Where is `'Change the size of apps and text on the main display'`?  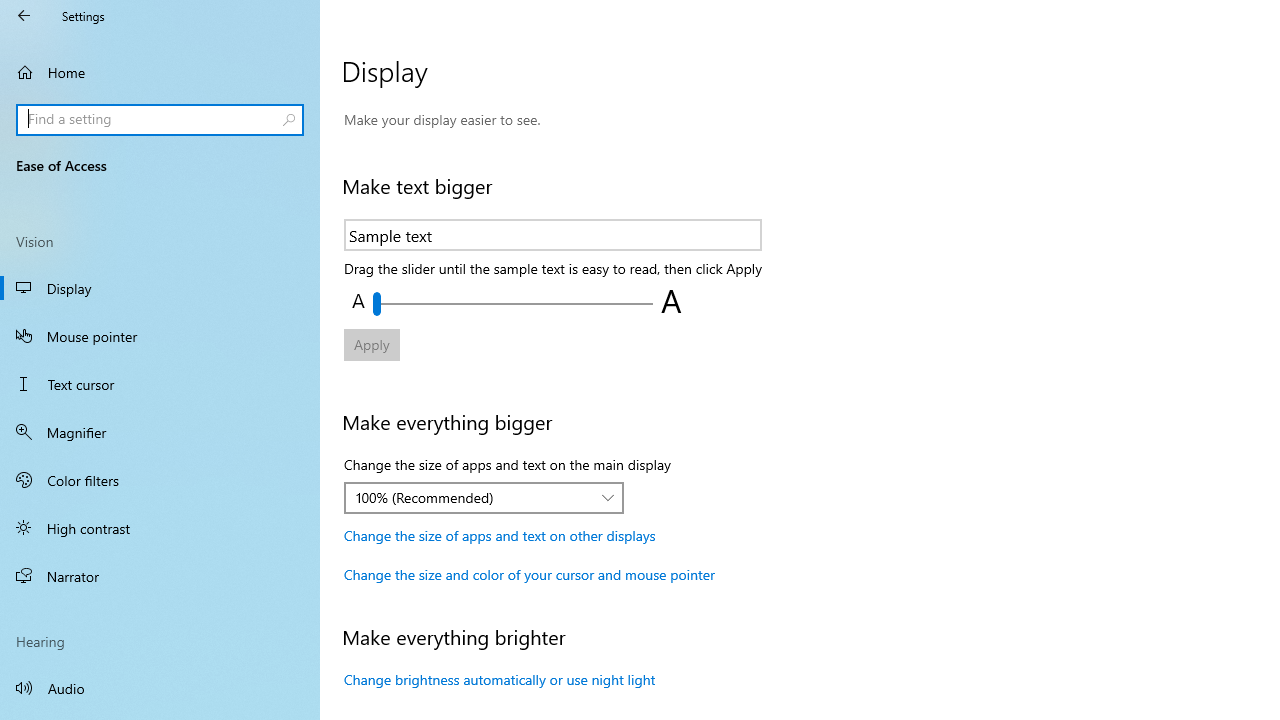
'Change the size of apps and text on the main display' is located at coordinates (484, 496).